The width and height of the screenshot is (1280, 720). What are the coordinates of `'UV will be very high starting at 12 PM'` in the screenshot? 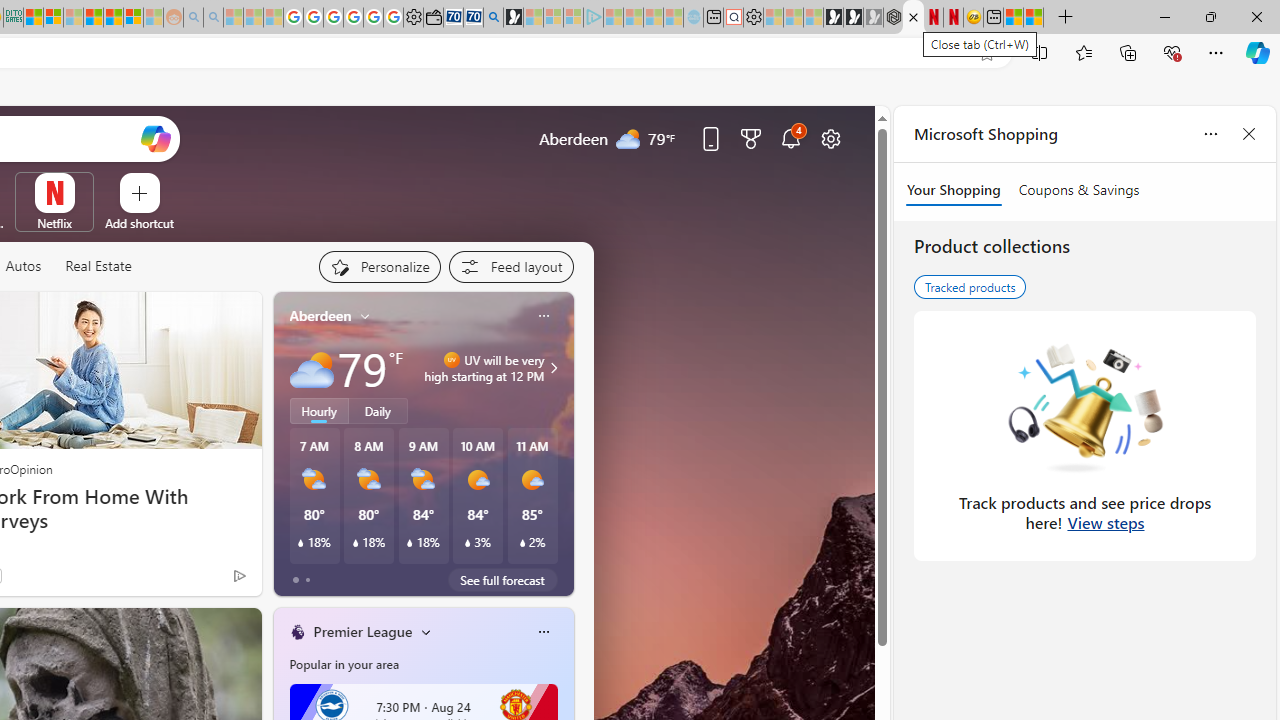 It's located at (551, 367).